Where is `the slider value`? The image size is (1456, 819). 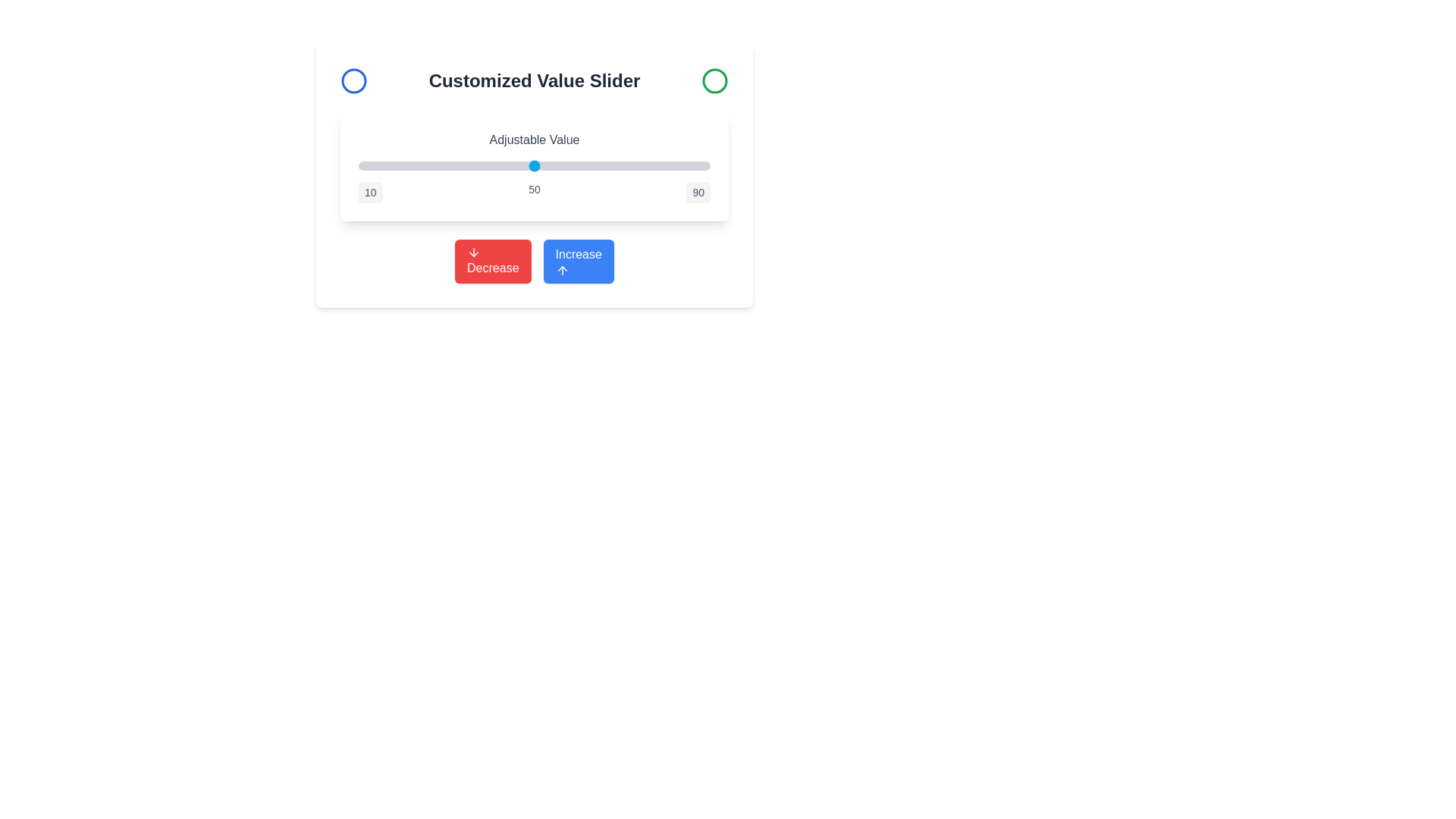
the slider value is located at coordinates (406, 166).